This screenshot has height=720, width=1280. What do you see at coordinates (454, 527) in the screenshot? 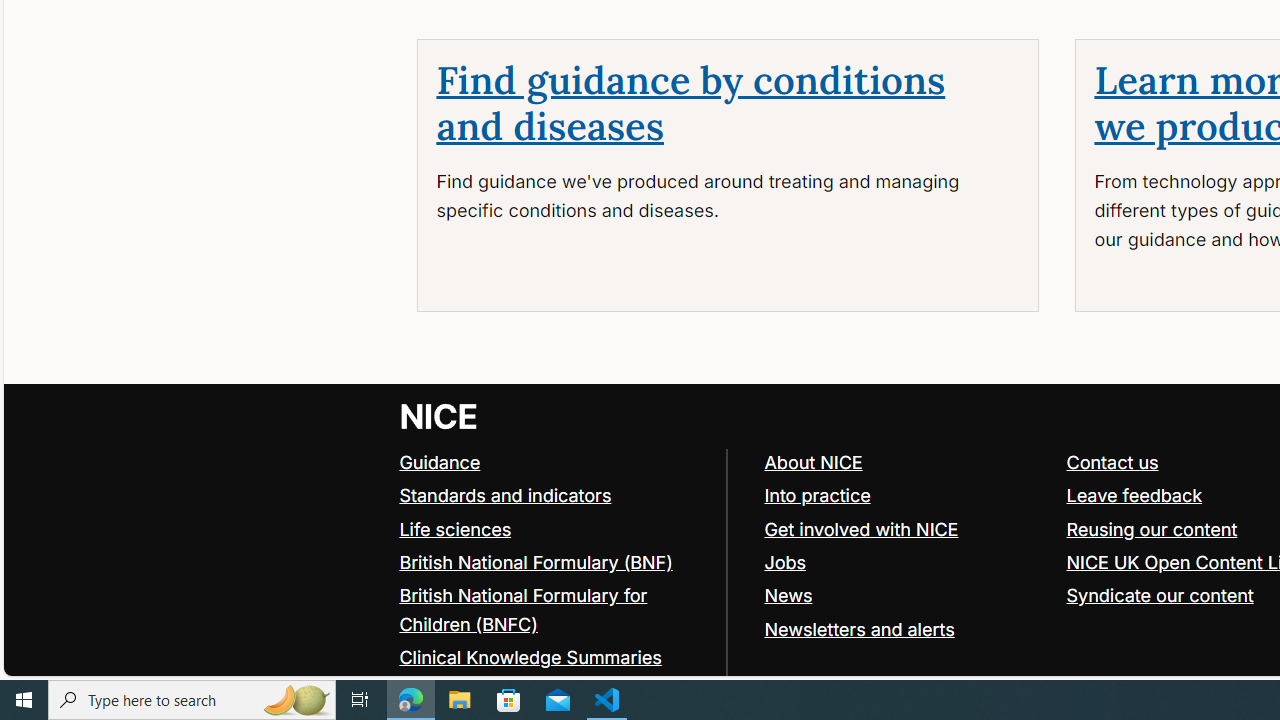
I see `'Life sciences'` at bounding box center [454, 527].